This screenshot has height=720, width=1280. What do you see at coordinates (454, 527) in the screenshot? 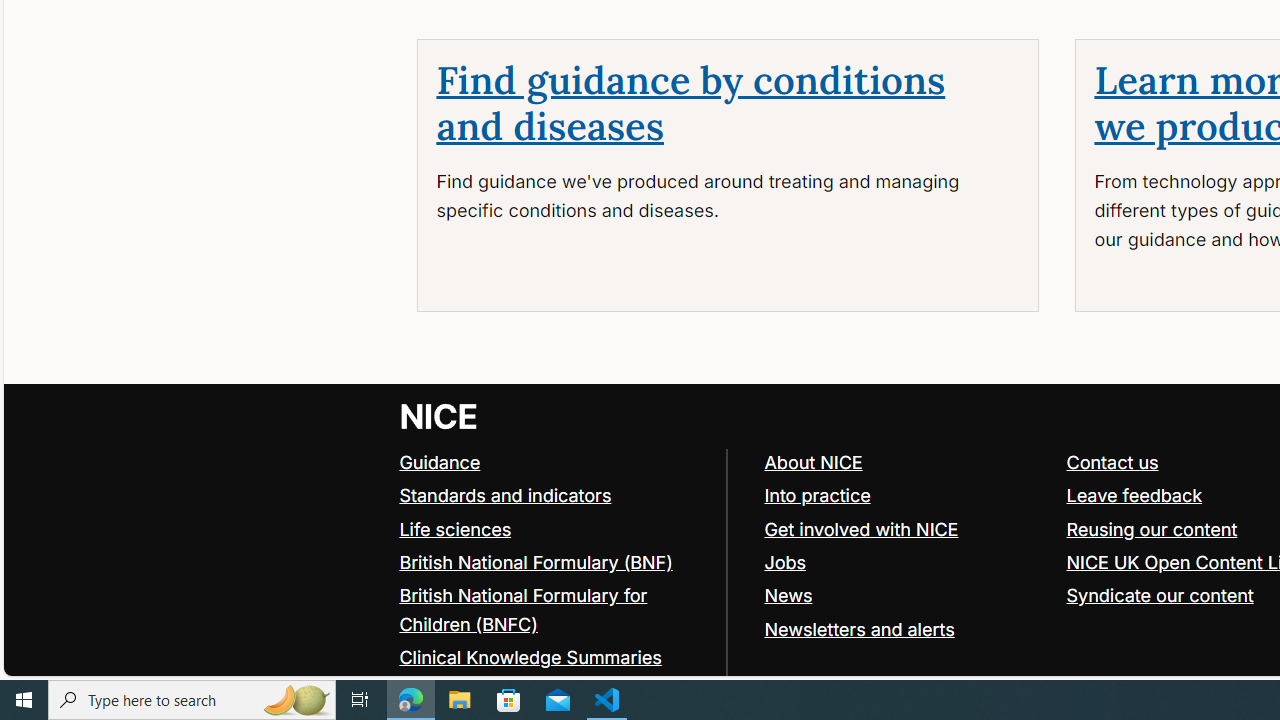
I see `'Life sciences'` at bounding box center [454, 527].